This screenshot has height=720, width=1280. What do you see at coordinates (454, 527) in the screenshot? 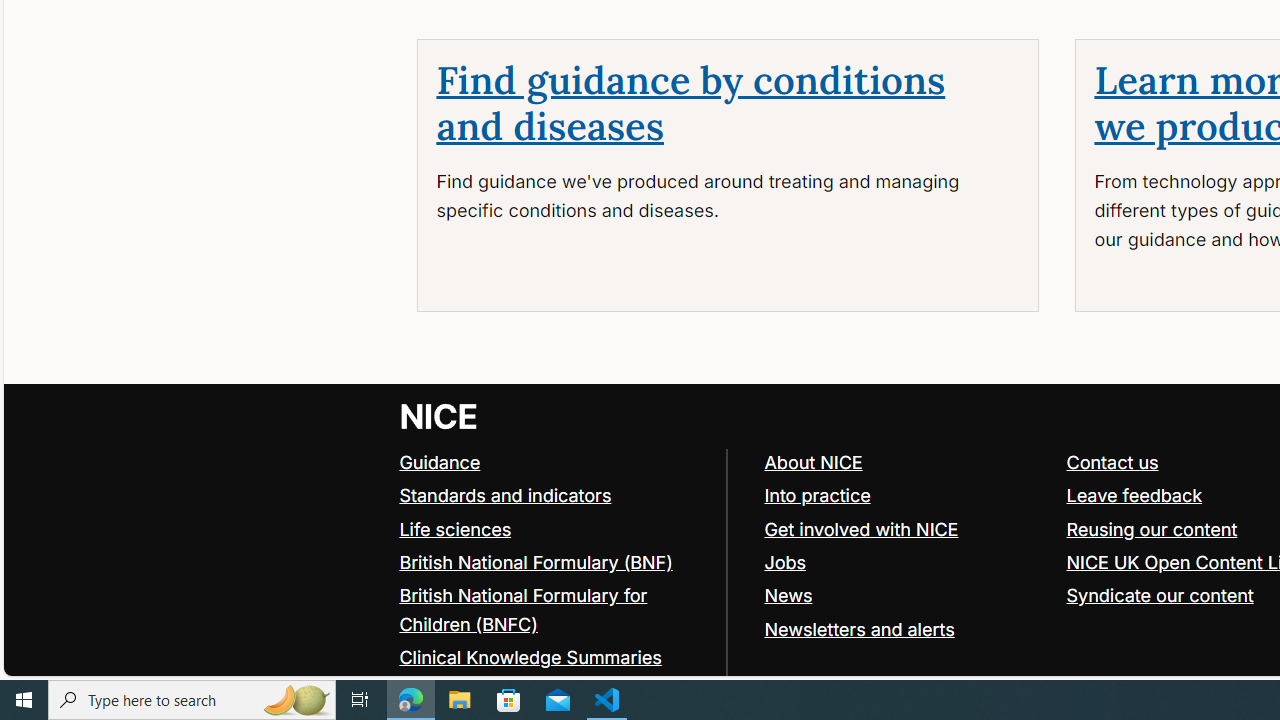
I see `'Life sciences'` at bounding box center [454, 527].